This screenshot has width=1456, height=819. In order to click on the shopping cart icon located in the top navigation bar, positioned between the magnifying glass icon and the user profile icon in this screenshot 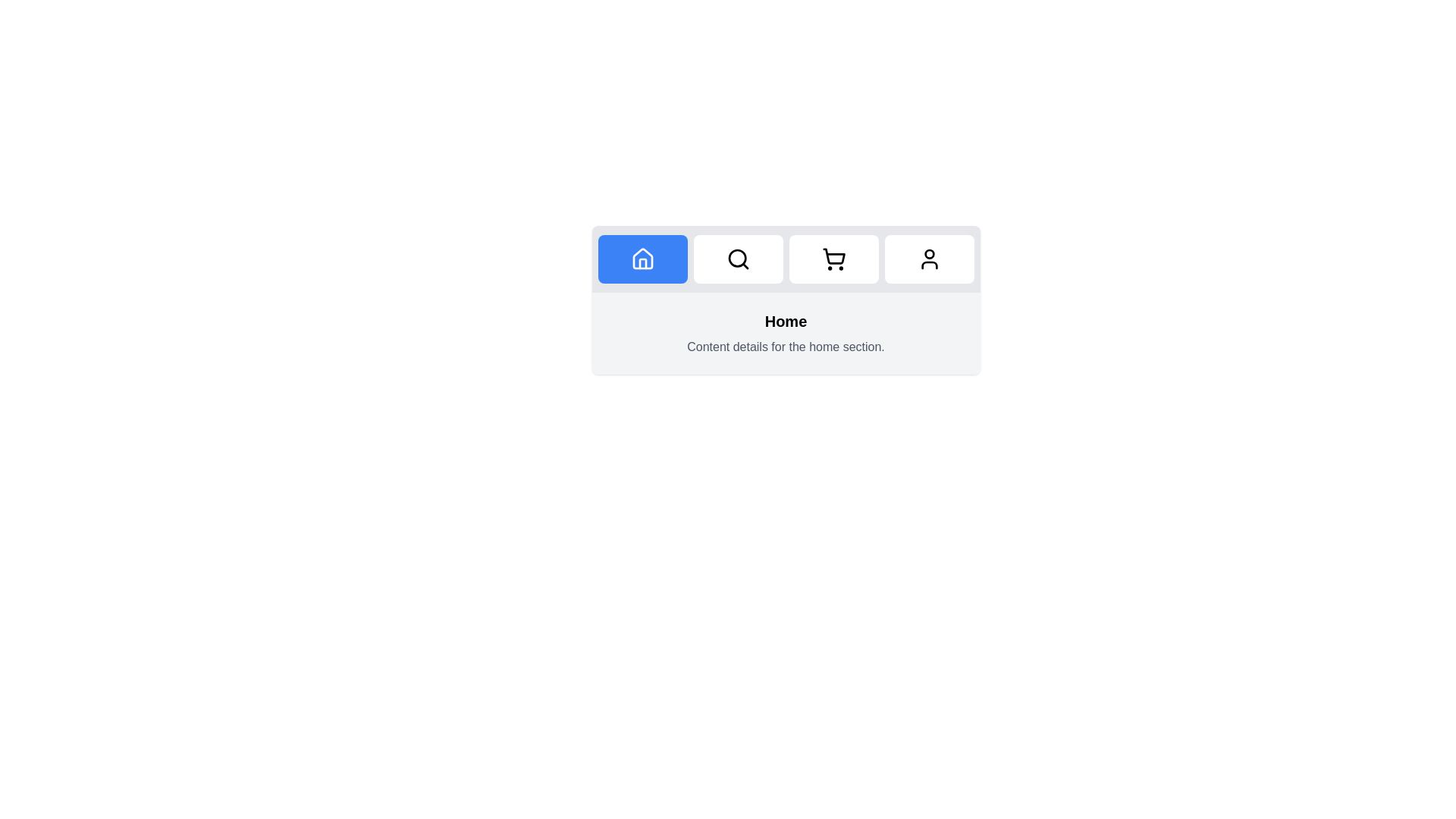, I will do `click(833, 256)`.